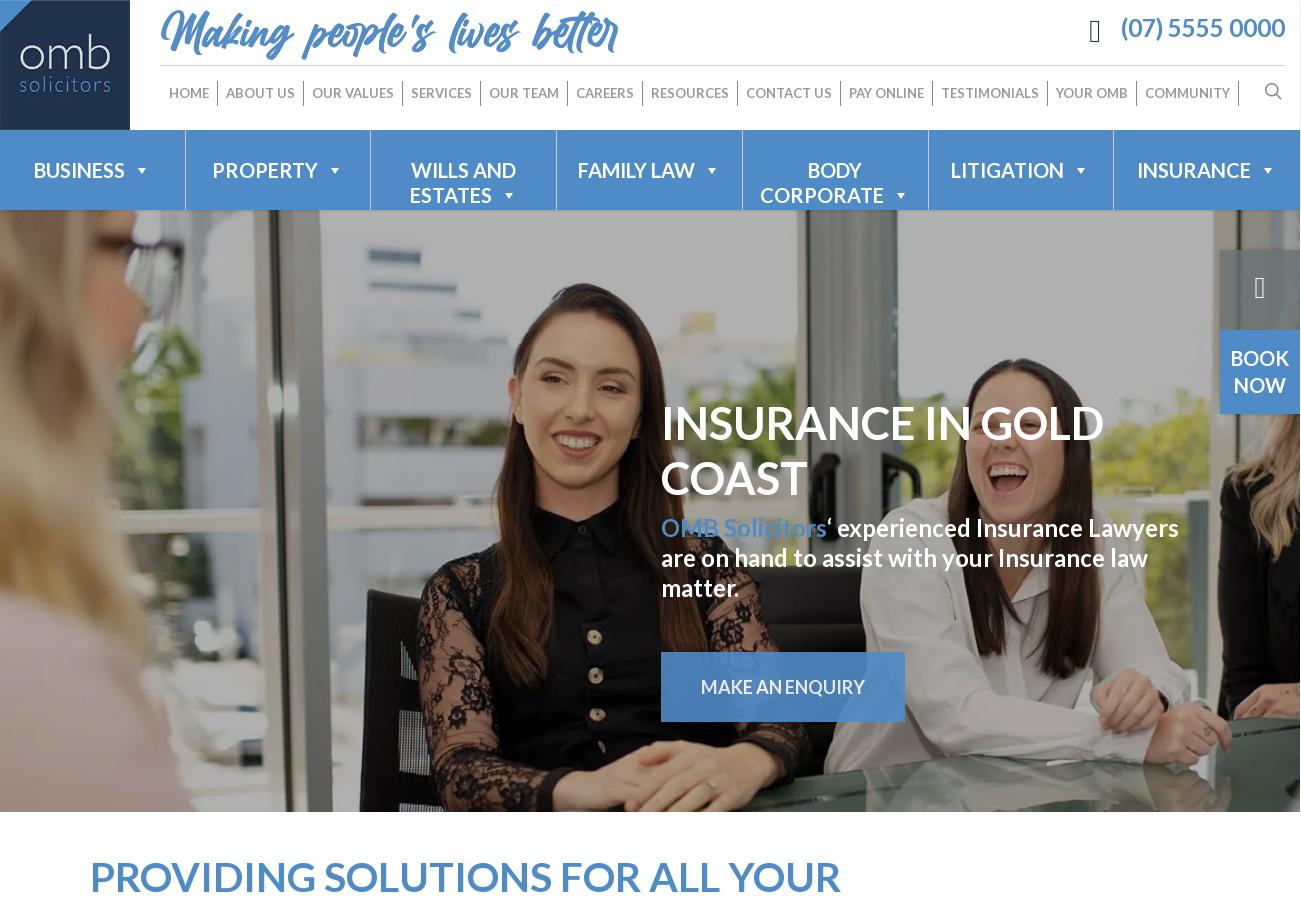  What do you see at coordinates (881, 286) in the screenshot?
I see `'Business Acquisitions & Sales'` at bounding box center [881, 286].